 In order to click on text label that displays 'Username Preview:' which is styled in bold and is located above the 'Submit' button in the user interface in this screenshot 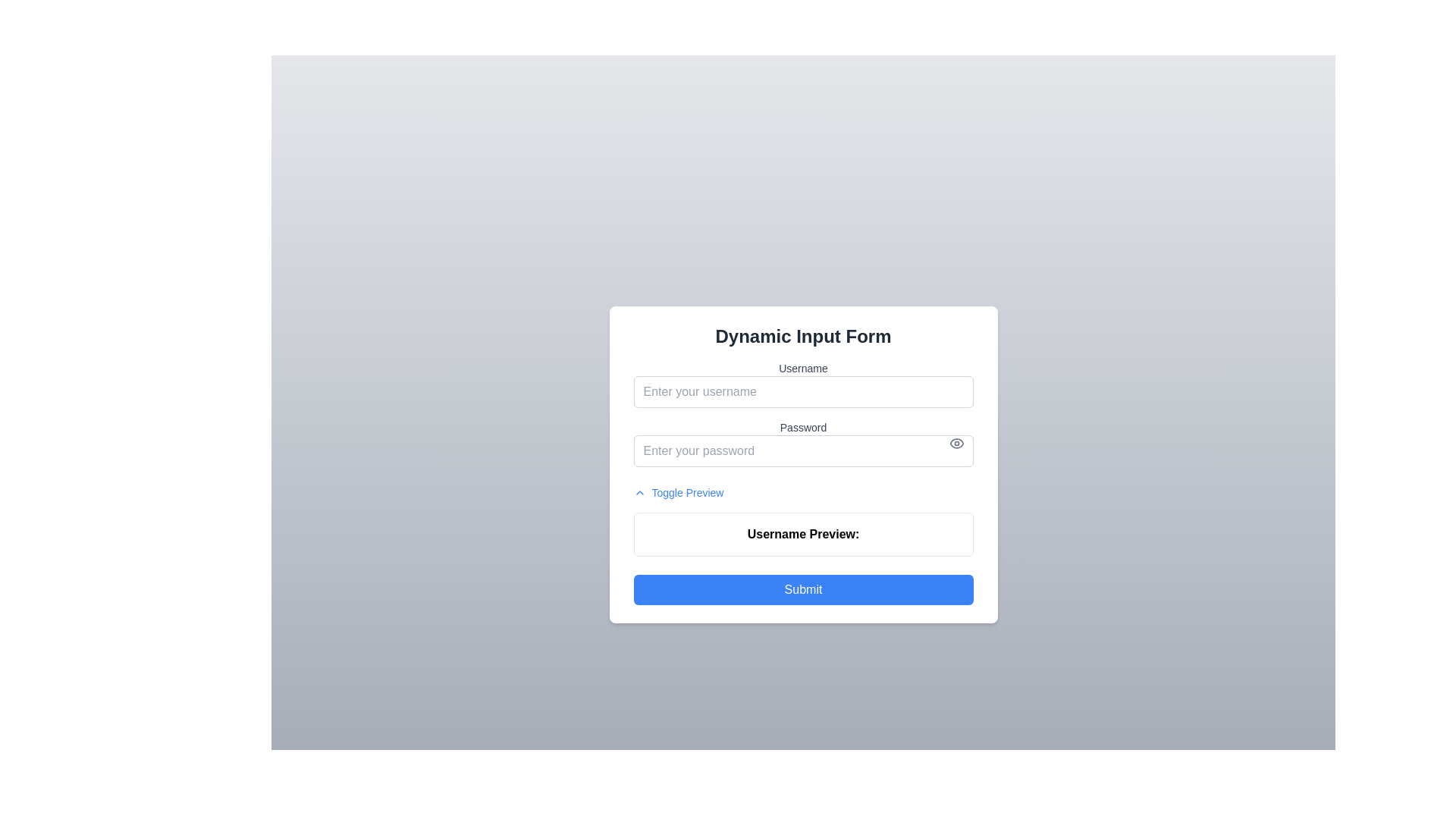, I will do `click(802, 534)`.